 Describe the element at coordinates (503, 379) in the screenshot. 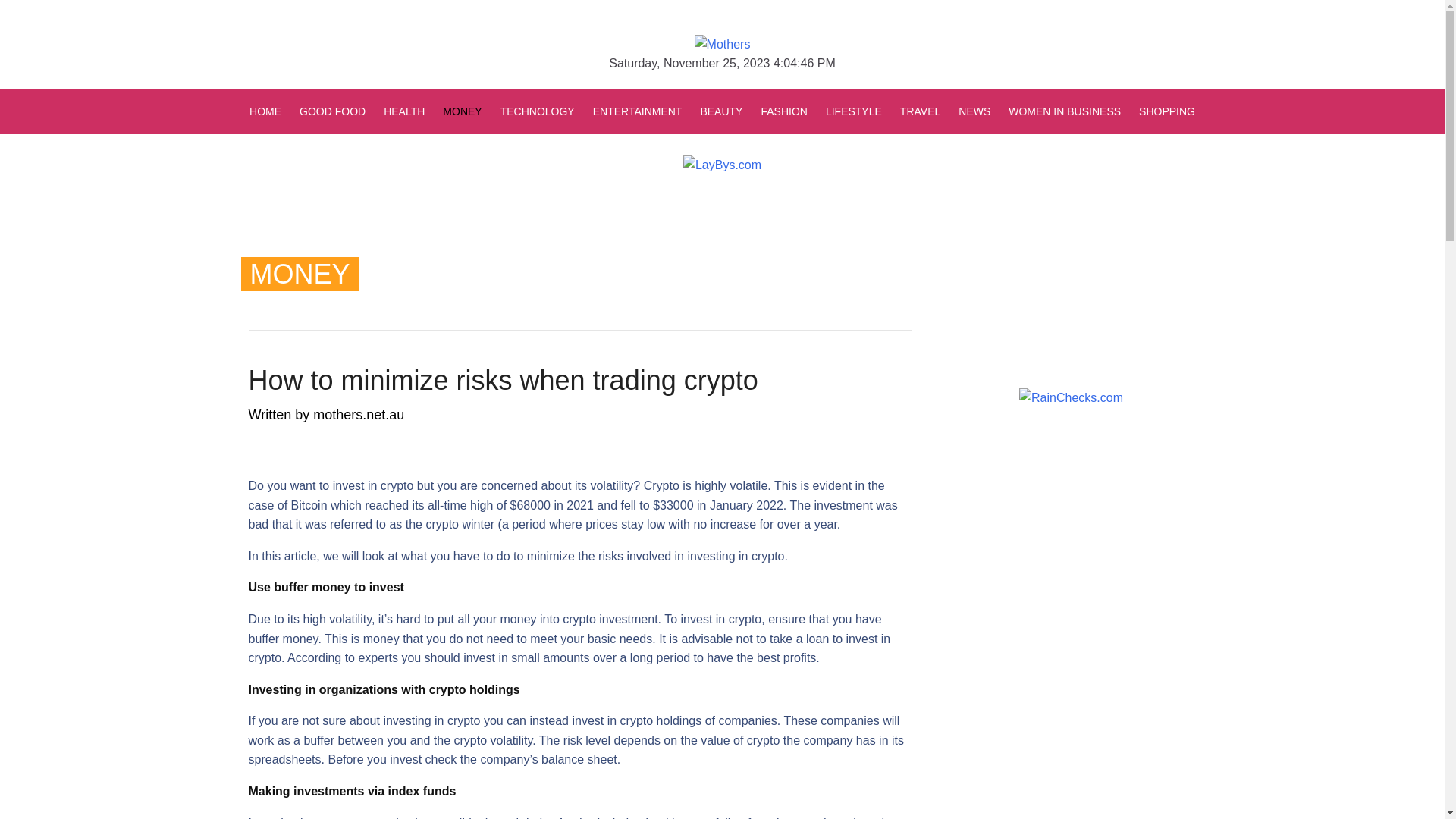

I see `'How to minimize risks when trading crypto'` at that location.